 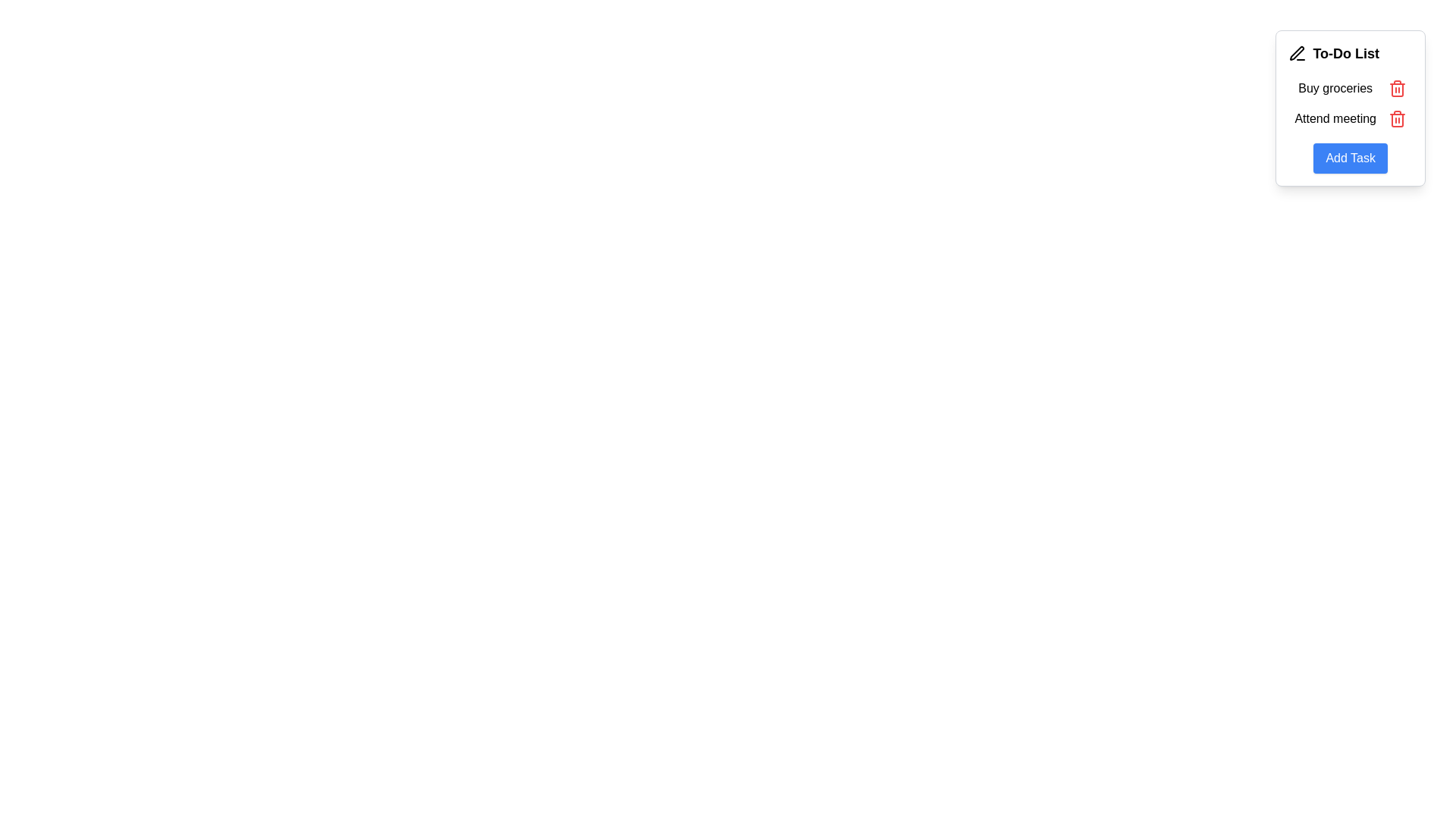 I want to click on the text display reading 'Attend meeting' in the to-do list, which is the second entry below 'Buy groceries', so click(x=1335, y=118).